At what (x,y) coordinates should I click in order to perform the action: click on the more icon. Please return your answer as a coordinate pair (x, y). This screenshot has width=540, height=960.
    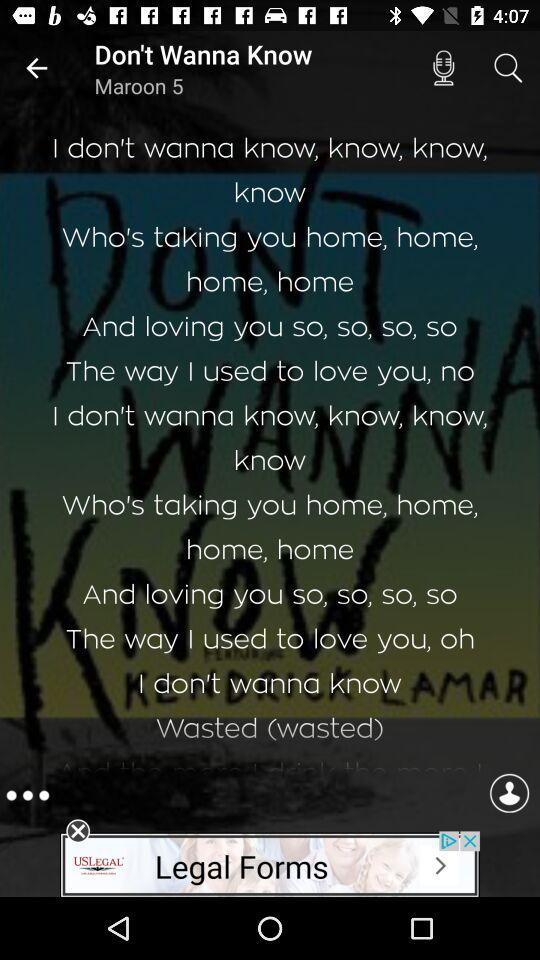
    Looking at the image, I should click on (26, 796).